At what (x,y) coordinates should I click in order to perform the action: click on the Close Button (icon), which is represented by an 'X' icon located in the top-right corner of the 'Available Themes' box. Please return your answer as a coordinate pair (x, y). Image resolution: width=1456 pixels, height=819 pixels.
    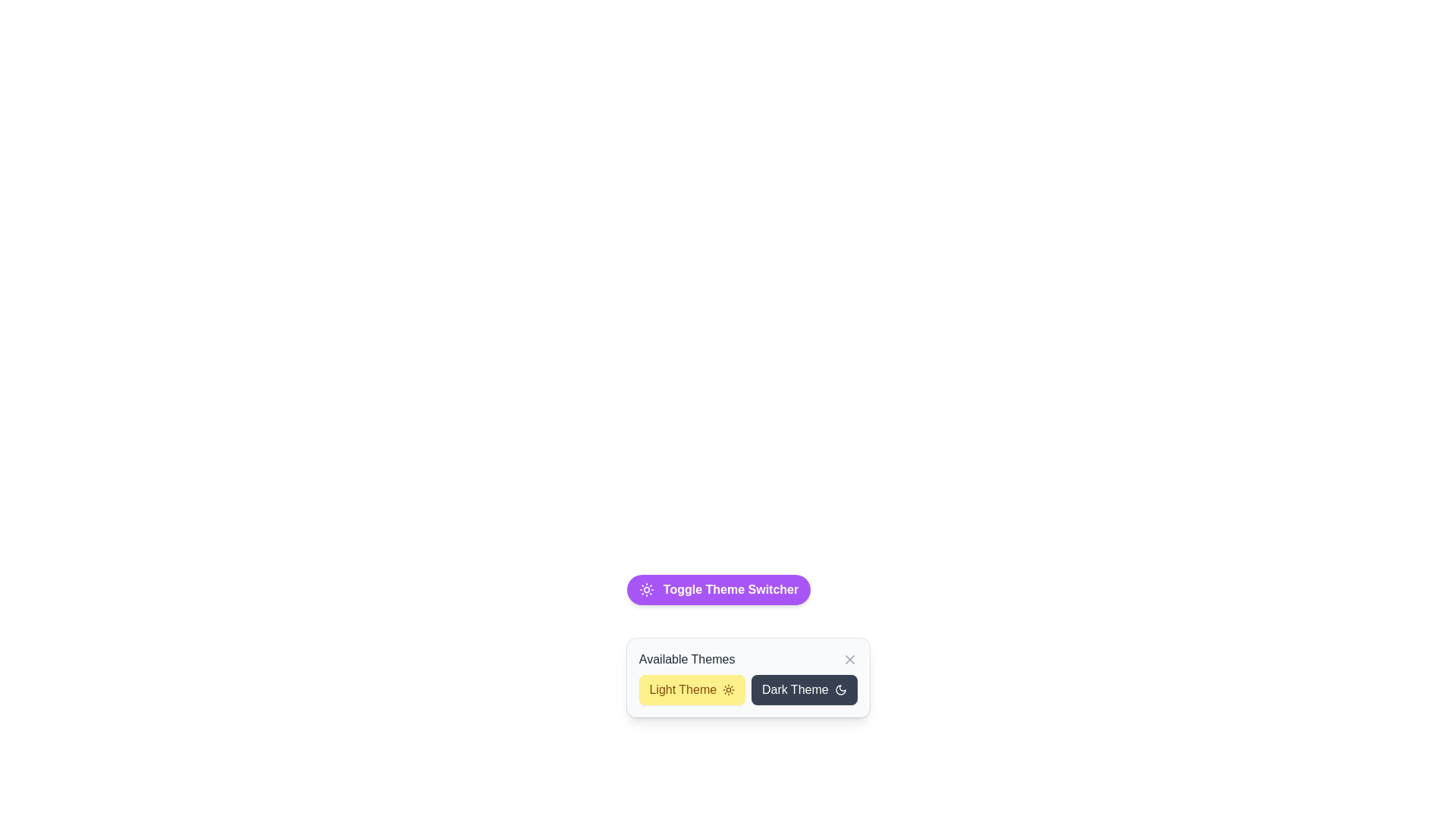
    Looking at the image, I should click on (849, 659).